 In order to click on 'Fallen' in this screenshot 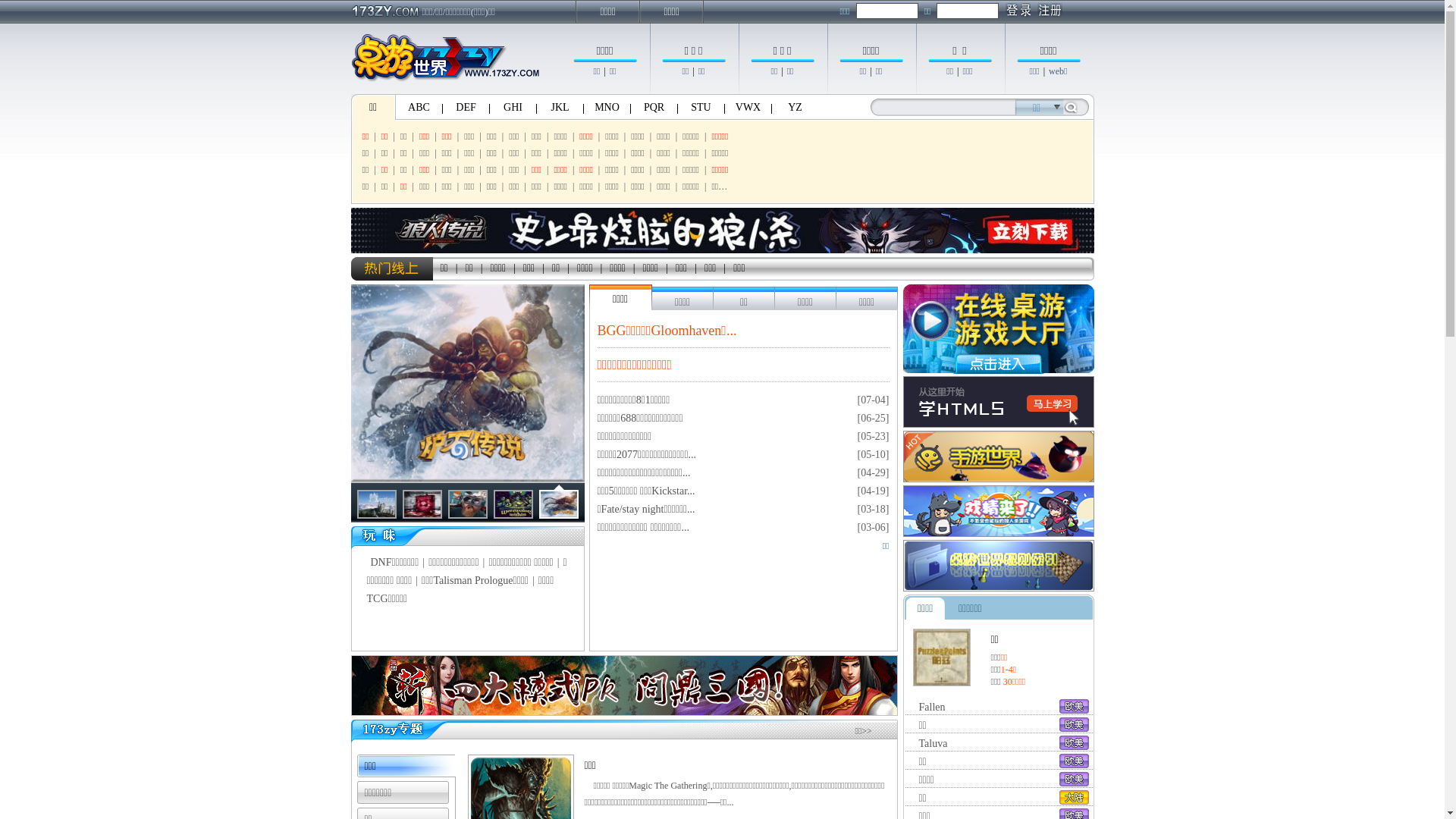, I will do `click(931, 707)`.